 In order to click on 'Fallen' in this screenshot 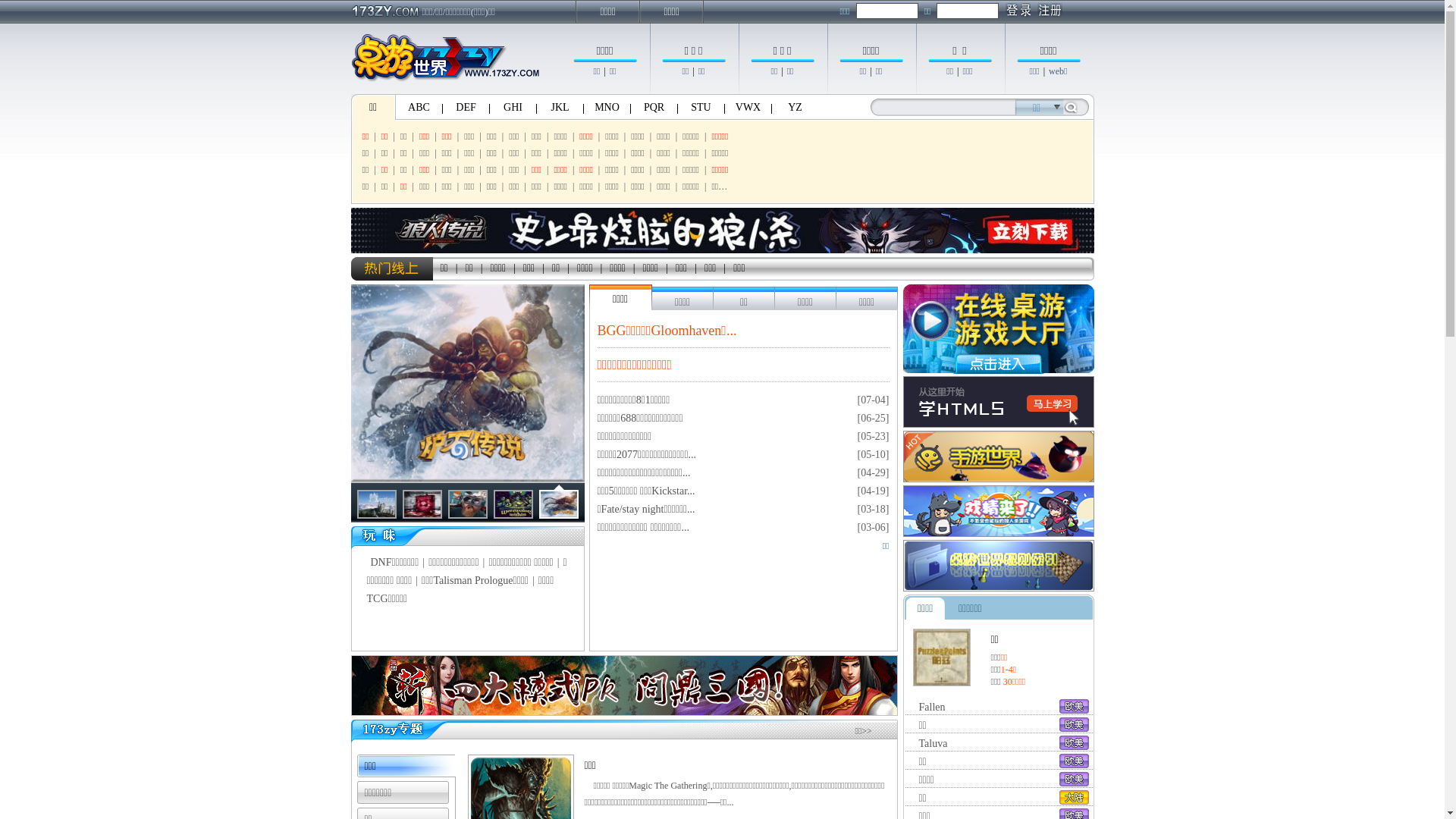, I will do `click(931, 707)`.